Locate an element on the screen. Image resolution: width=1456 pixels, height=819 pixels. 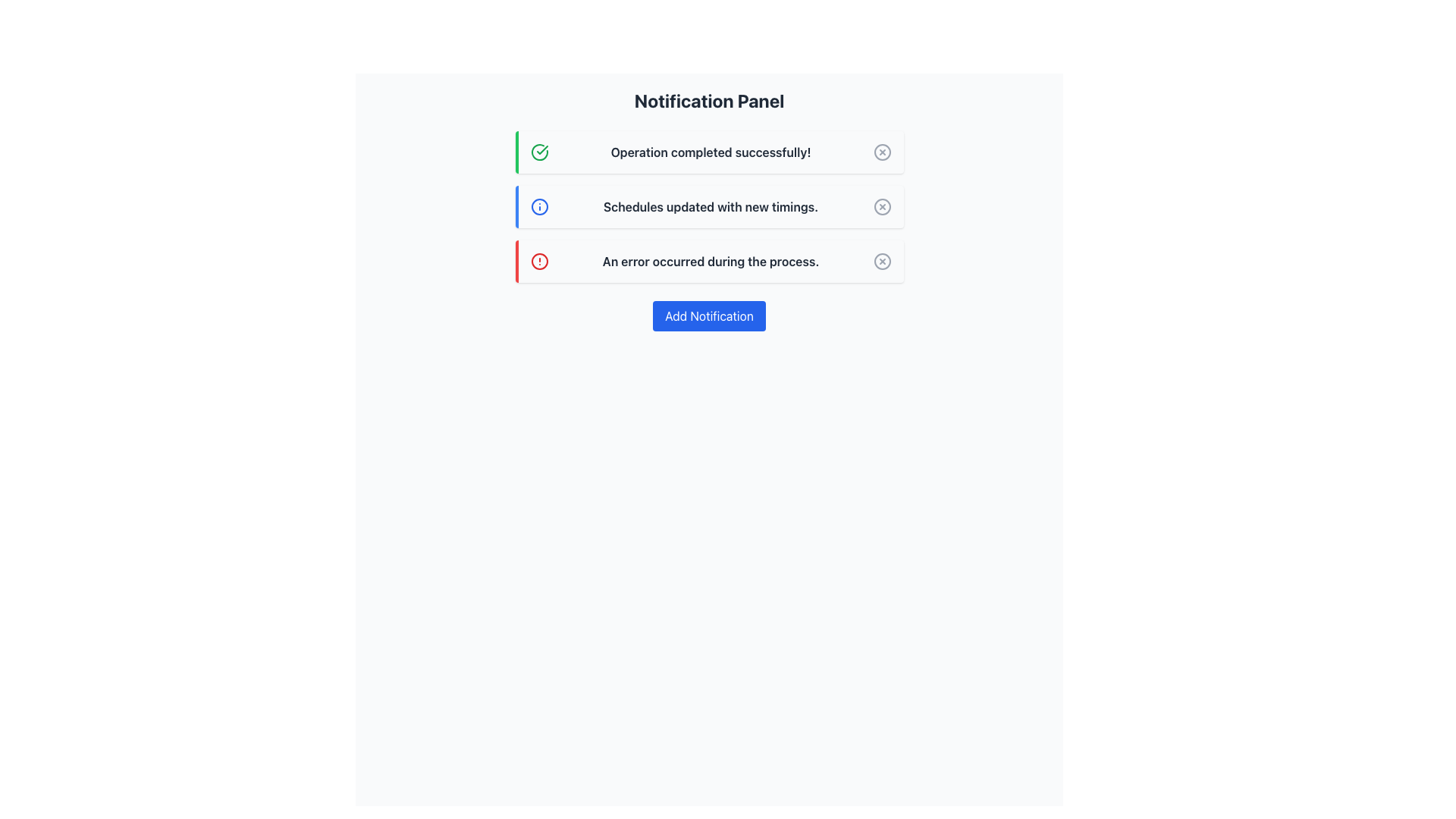
the notification message with a green left border indicating 'Operation completed successfully!' is located at coordinates (708, 152).